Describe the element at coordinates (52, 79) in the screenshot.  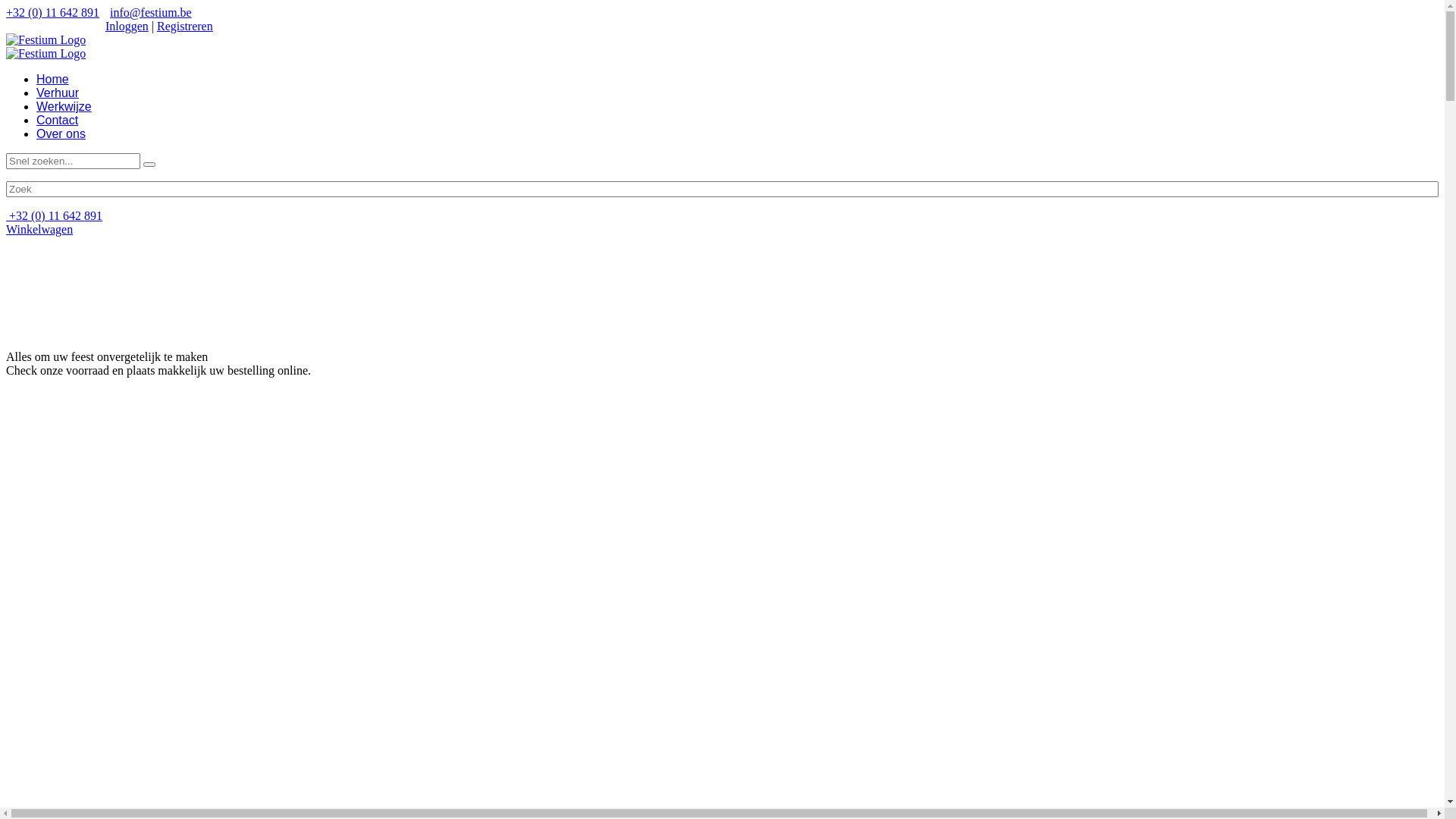
I see `'Home'` at that location.